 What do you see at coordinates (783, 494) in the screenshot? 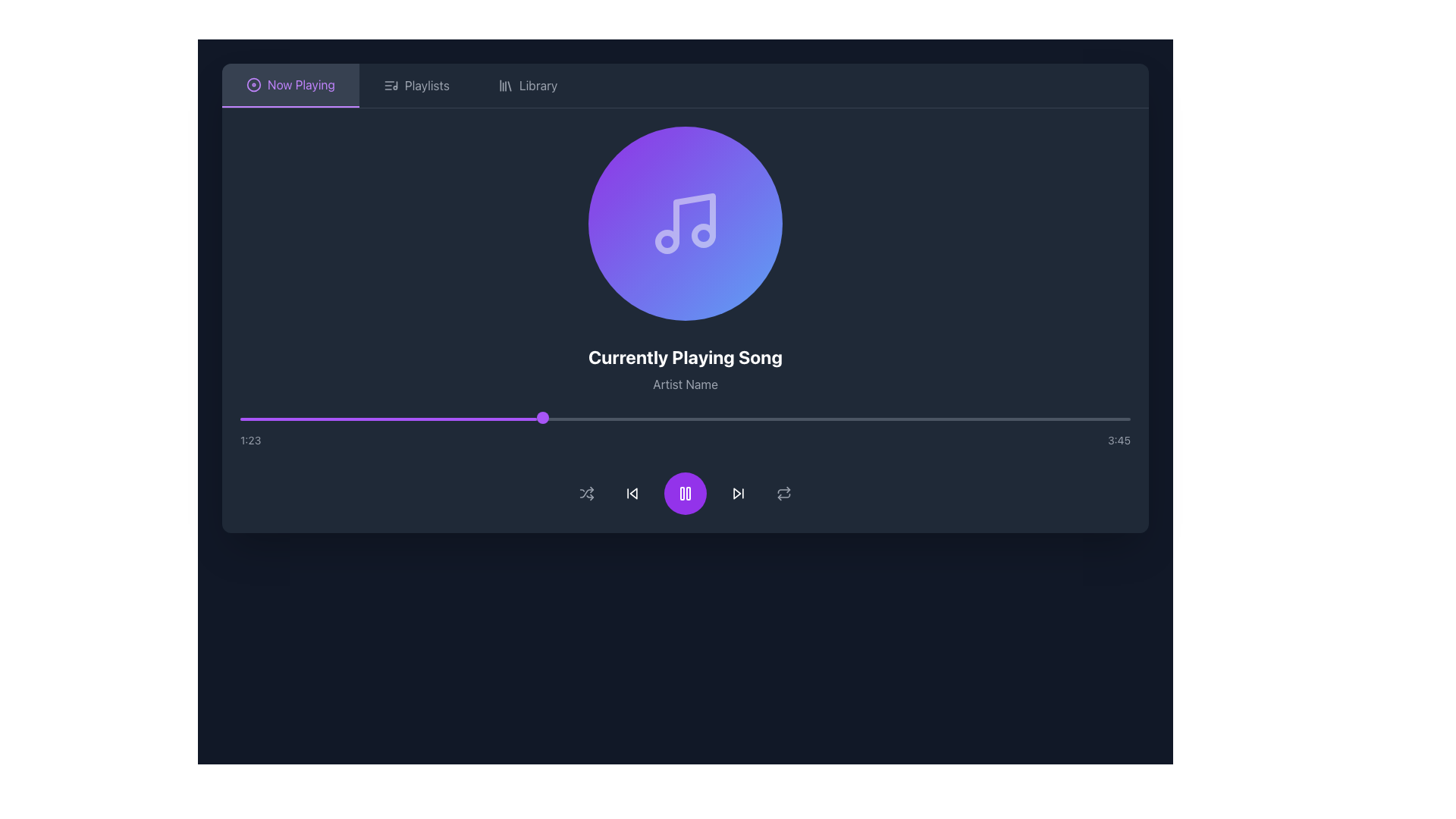
I see `the circular button with a gray repeat icon, which is the fifth button from the left in a horizontal row of similar buttons at the bottom center of the interface, to change its background color` at bounding box center [783, 494].